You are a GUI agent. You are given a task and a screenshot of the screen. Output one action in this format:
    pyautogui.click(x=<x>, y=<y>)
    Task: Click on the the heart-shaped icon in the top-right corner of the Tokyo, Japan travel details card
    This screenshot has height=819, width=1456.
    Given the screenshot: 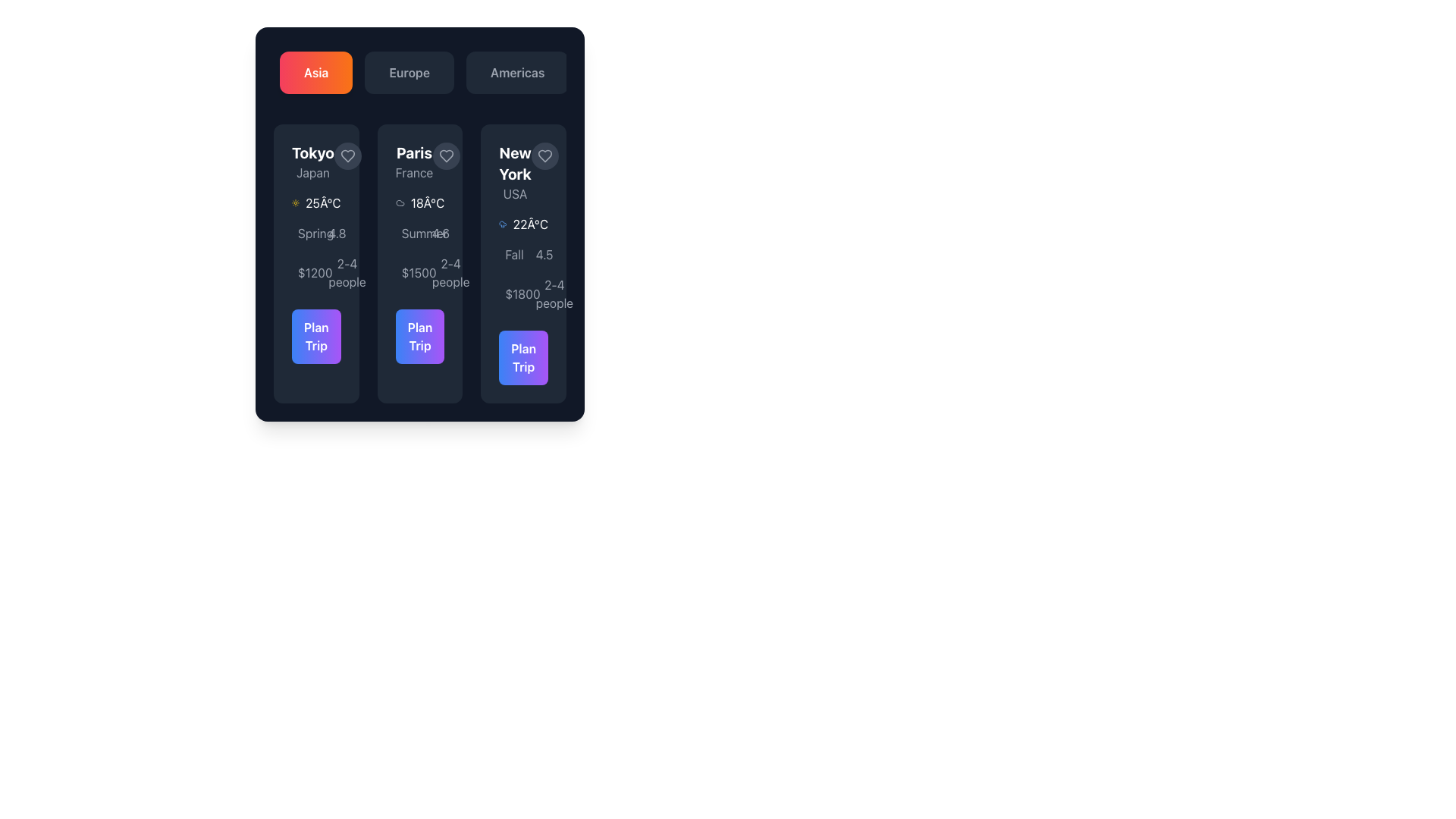 What is the action you would take?
    pyautogui.click(x=347, y=155)
    